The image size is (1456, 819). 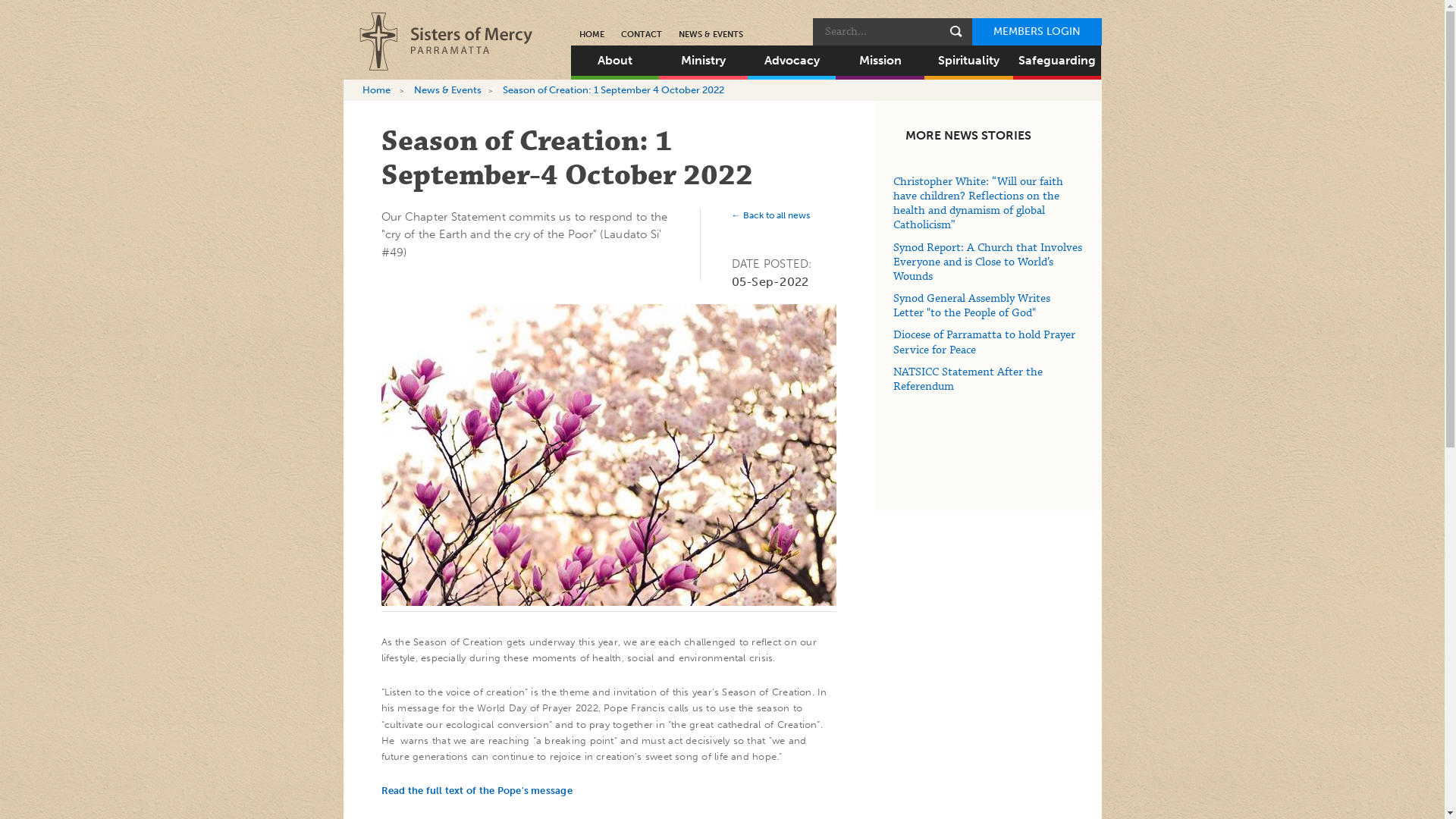 I want to click on 'MEMBERS LOGIN', so click(x=1036, y=32).